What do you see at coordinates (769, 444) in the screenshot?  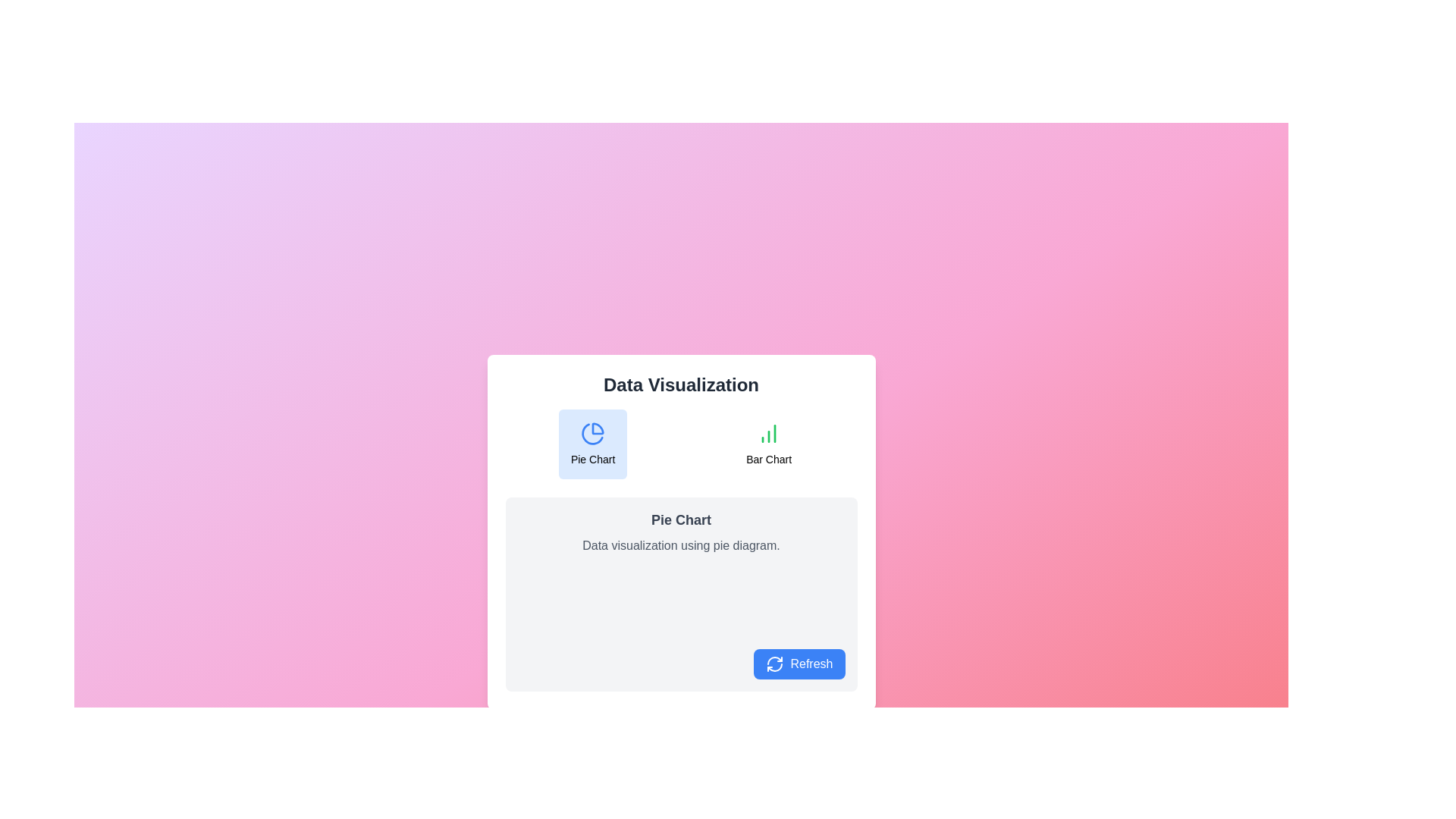 I see `the button` at bounding box center [769, 444].